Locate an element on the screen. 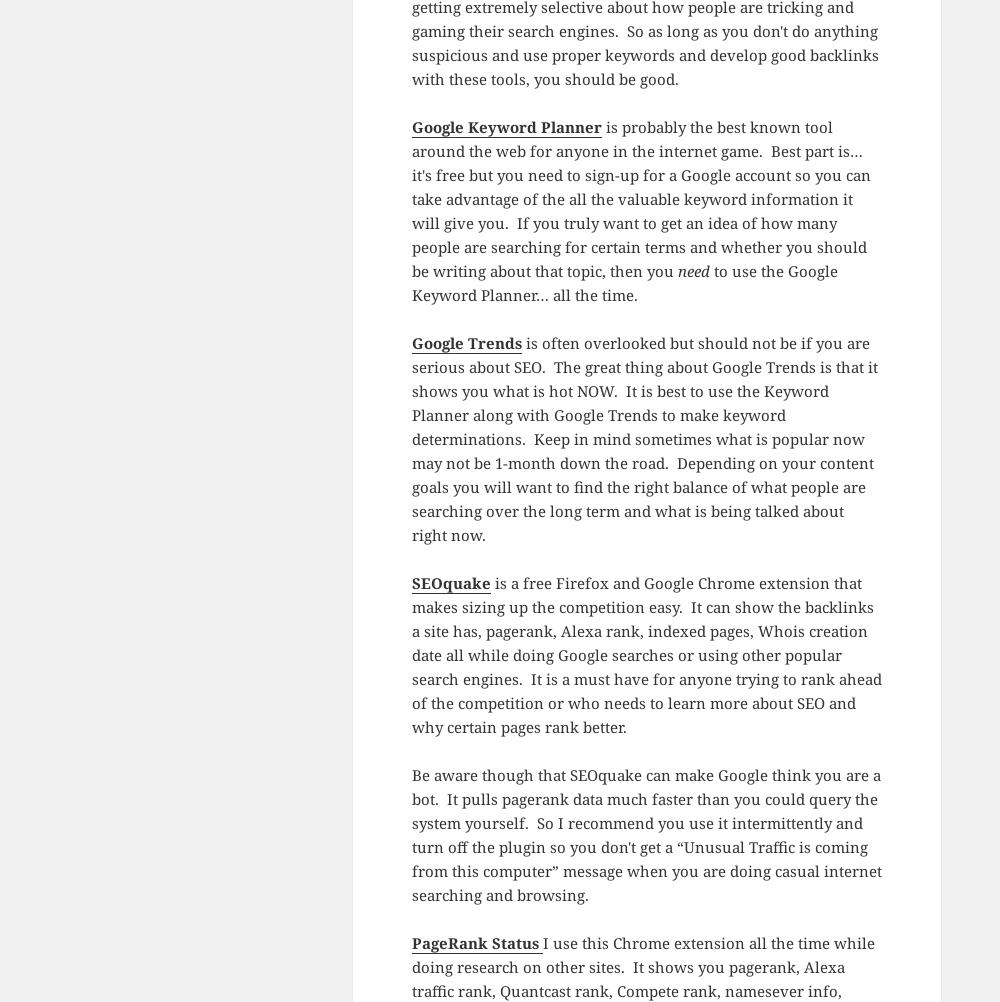 The width and height of the screenshot is (1000, 1002). 'need' is located at coordinates (692, 270).